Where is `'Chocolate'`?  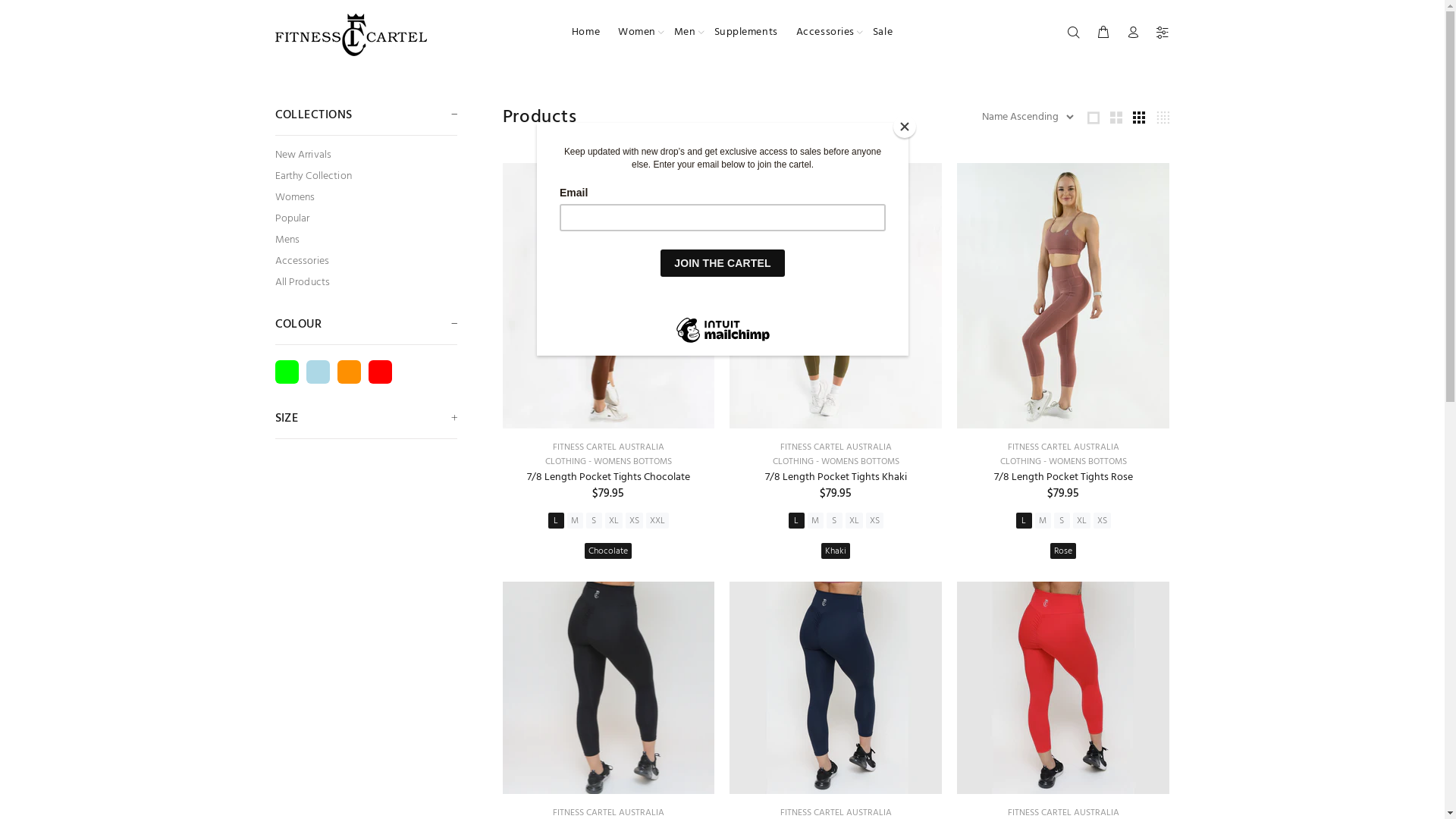 'Chocolate' is located at coordinates (584, 551).